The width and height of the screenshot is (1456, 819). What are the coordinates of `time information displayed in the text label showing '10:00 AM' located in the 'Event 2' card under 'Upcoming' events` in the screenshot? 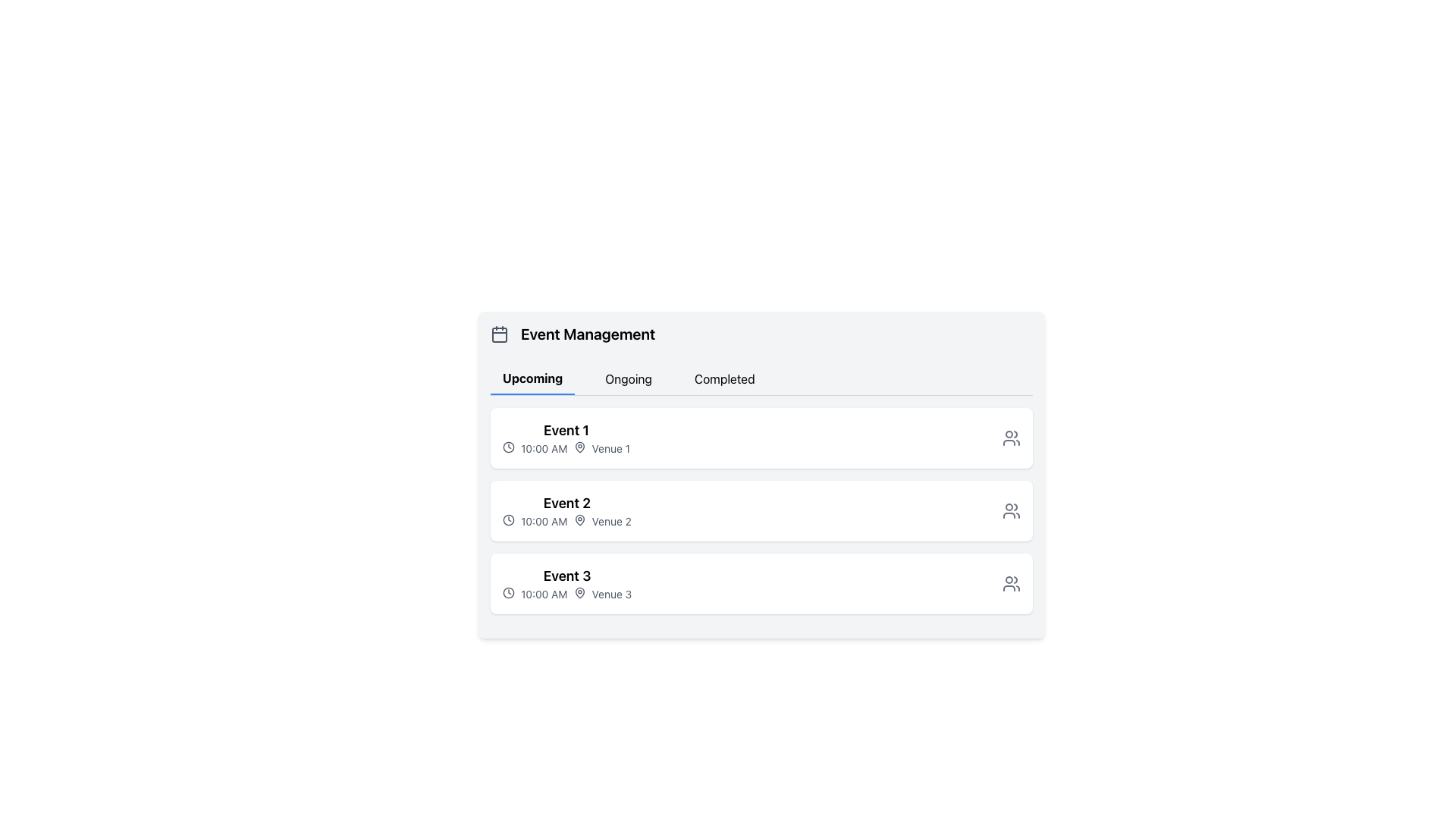 It's located at (544, 520).